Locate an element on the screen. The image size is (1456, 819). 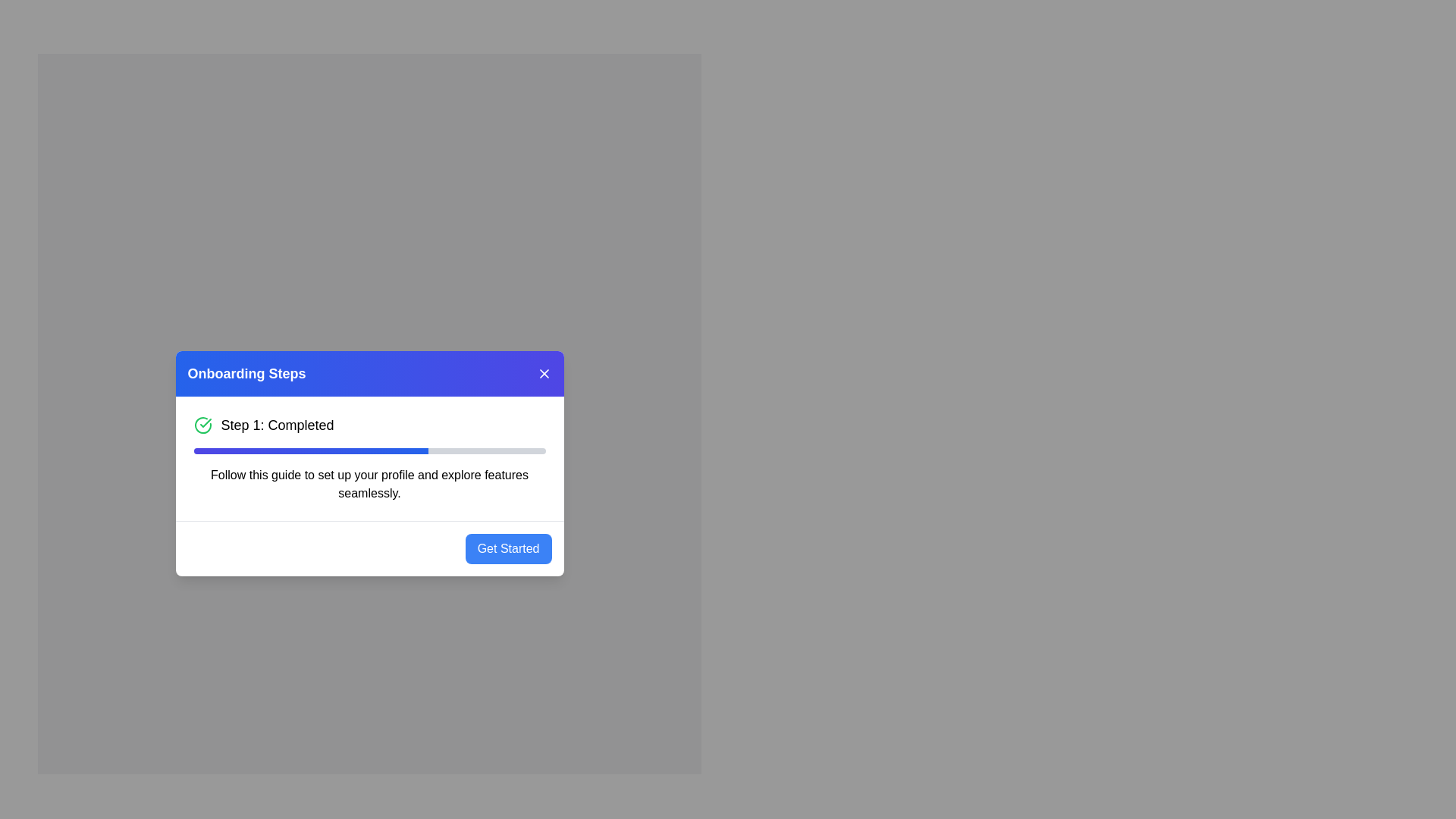
the instructional links in the Informational Panel located centrally within the modal dialog, positioned between the header 'Onboarding Steps' and the 'Get Started' button is located at coordinates (369, 457).